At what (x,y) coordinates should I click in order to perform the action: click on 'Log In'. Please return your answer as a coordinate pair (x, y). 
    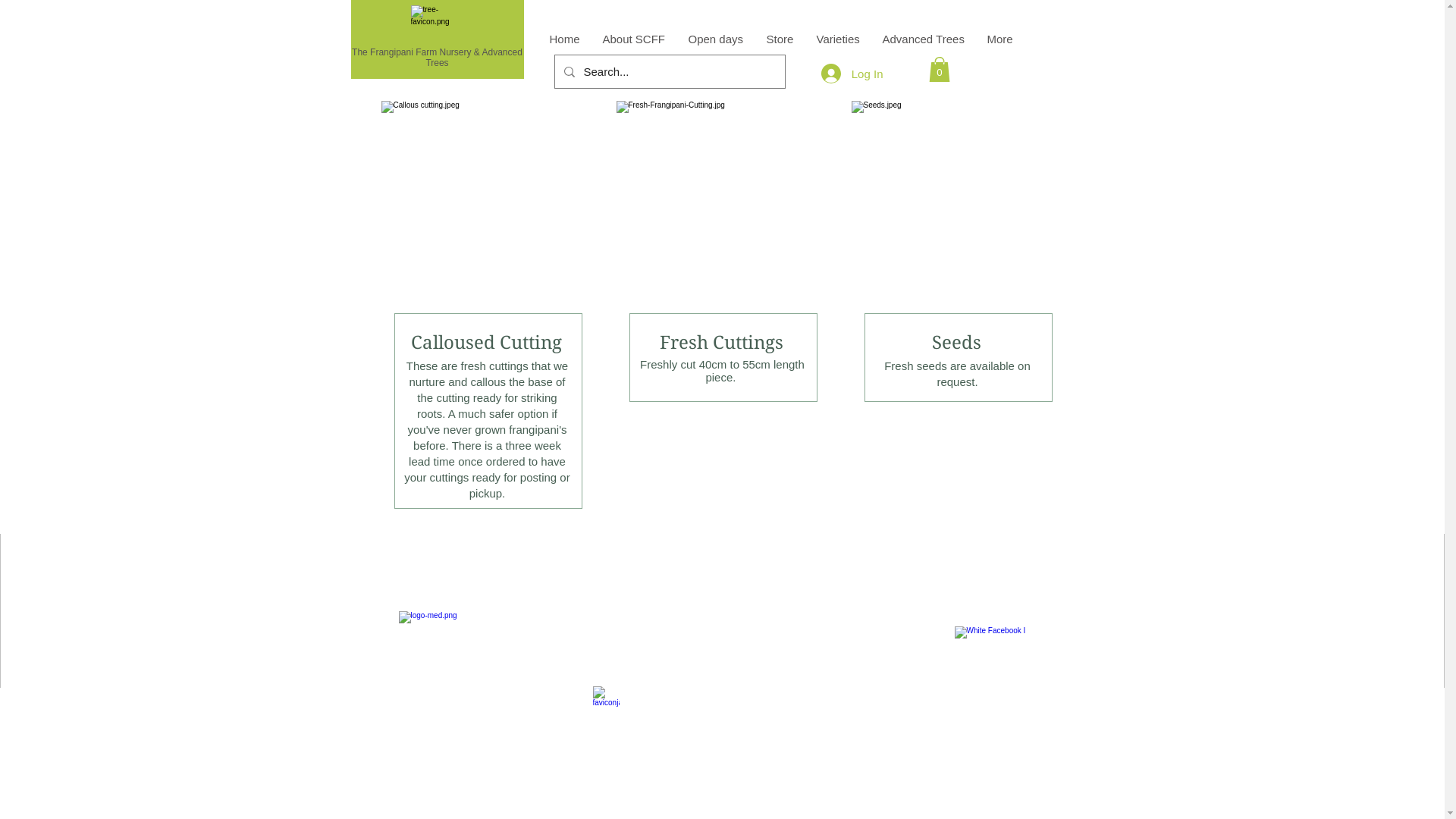
    Looking at the image, I should click on (810, 73).